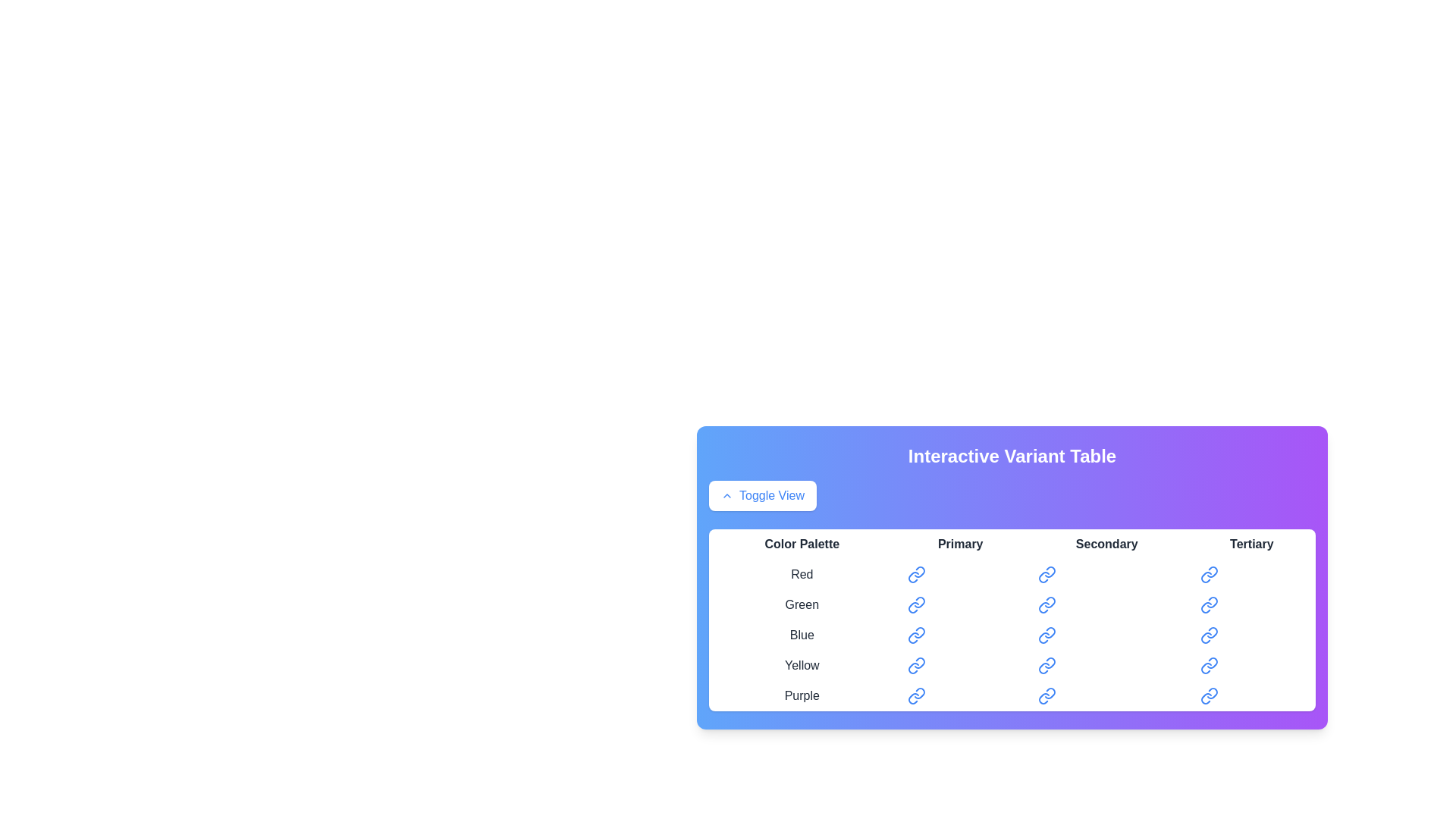  Describe the element at coordinates (1012, 604) in the screenshot. I see `the table row labeled 'Green' which contains the text 'GreenPrimary - GreenSecondary - GreenTertiary - Green'. This row is the second one in the table, positioned between the 'Red' and 'Blue' rows` at that location.